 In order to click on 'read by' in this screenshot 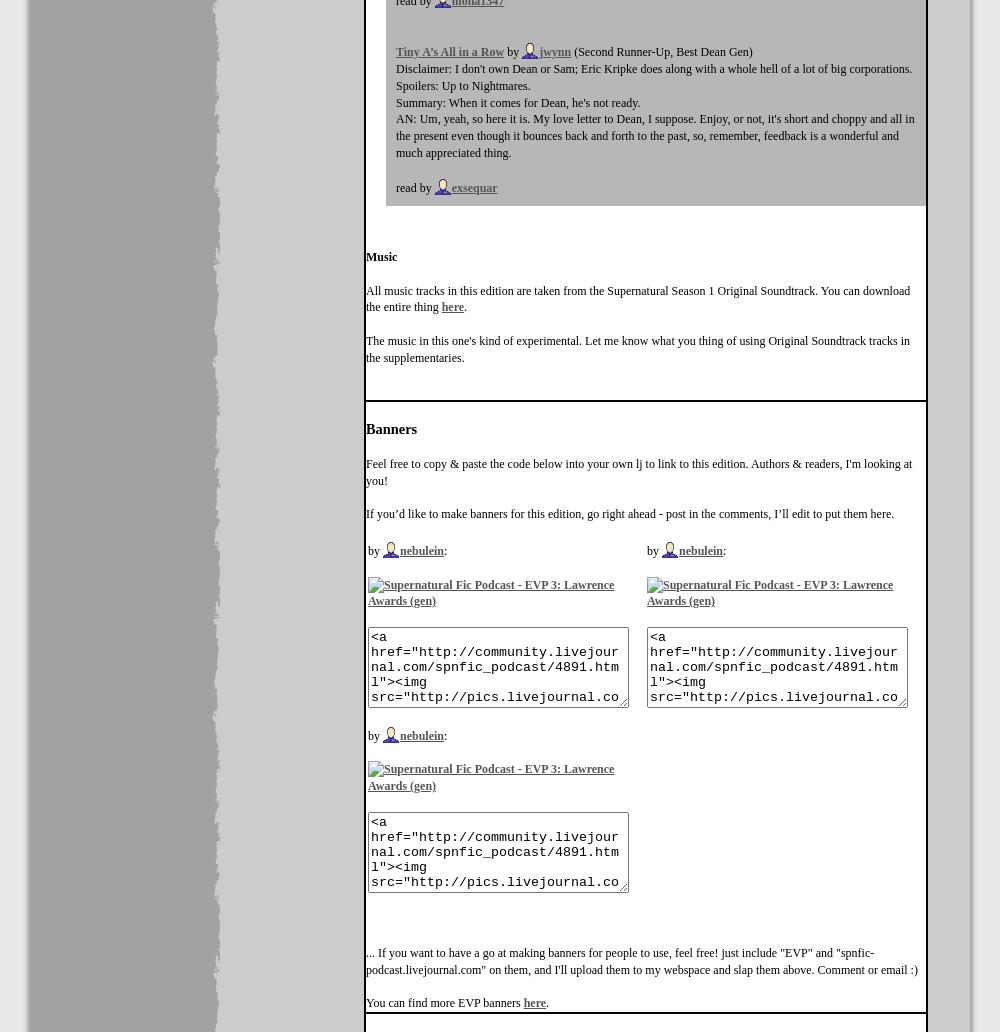, I will do `click(415, 185)`.